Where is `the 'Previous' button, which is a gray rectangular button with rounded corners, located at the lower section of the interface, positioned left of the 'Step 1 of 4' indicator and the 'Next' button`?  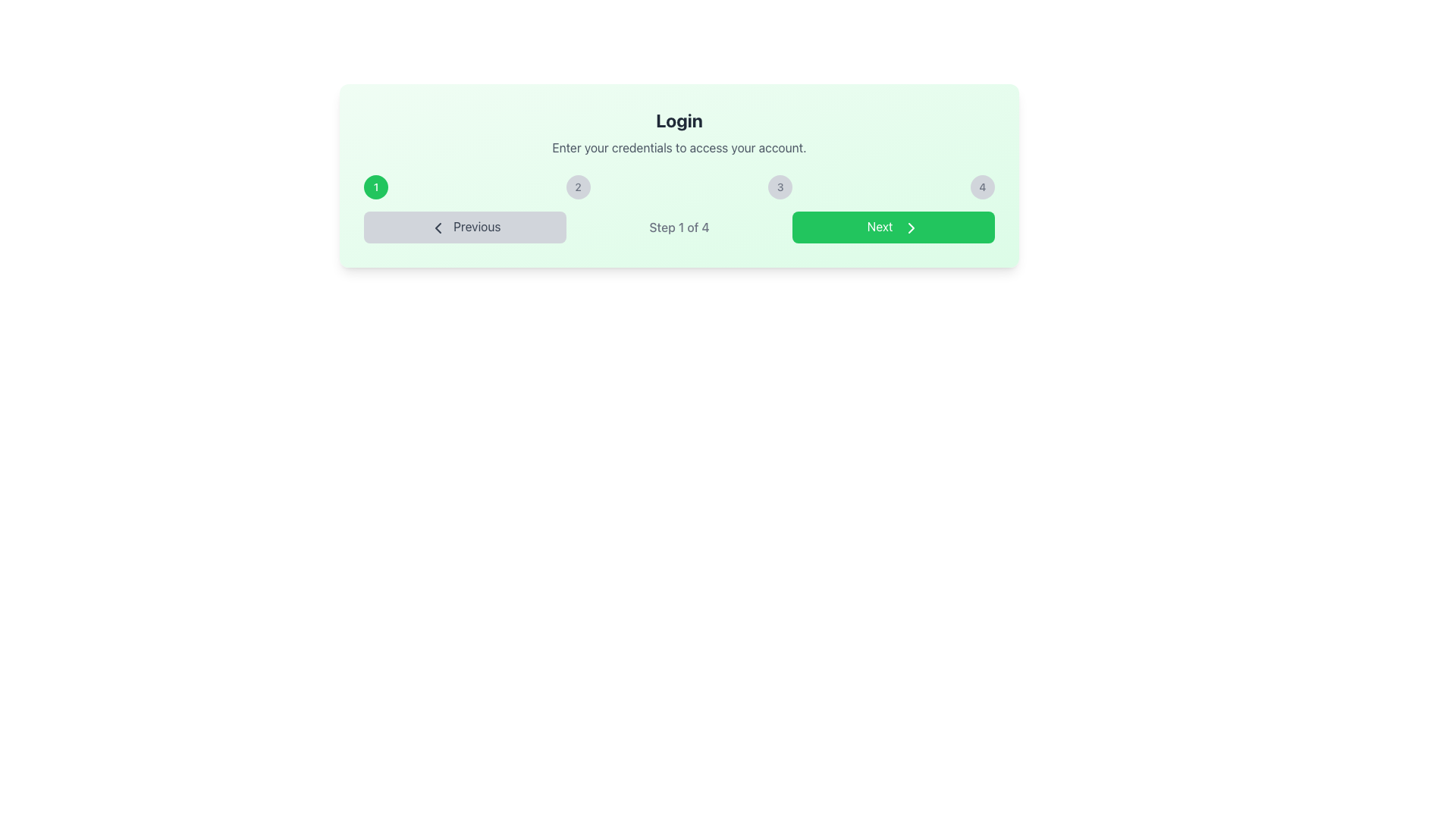 the 'Previous' button, which is a gray rectangular button with rounded corners, located at the lower section of the interface, positioned left of the 'Step 1 of 4' indicator and the 'Next' button is located at coordinates (464, 227).